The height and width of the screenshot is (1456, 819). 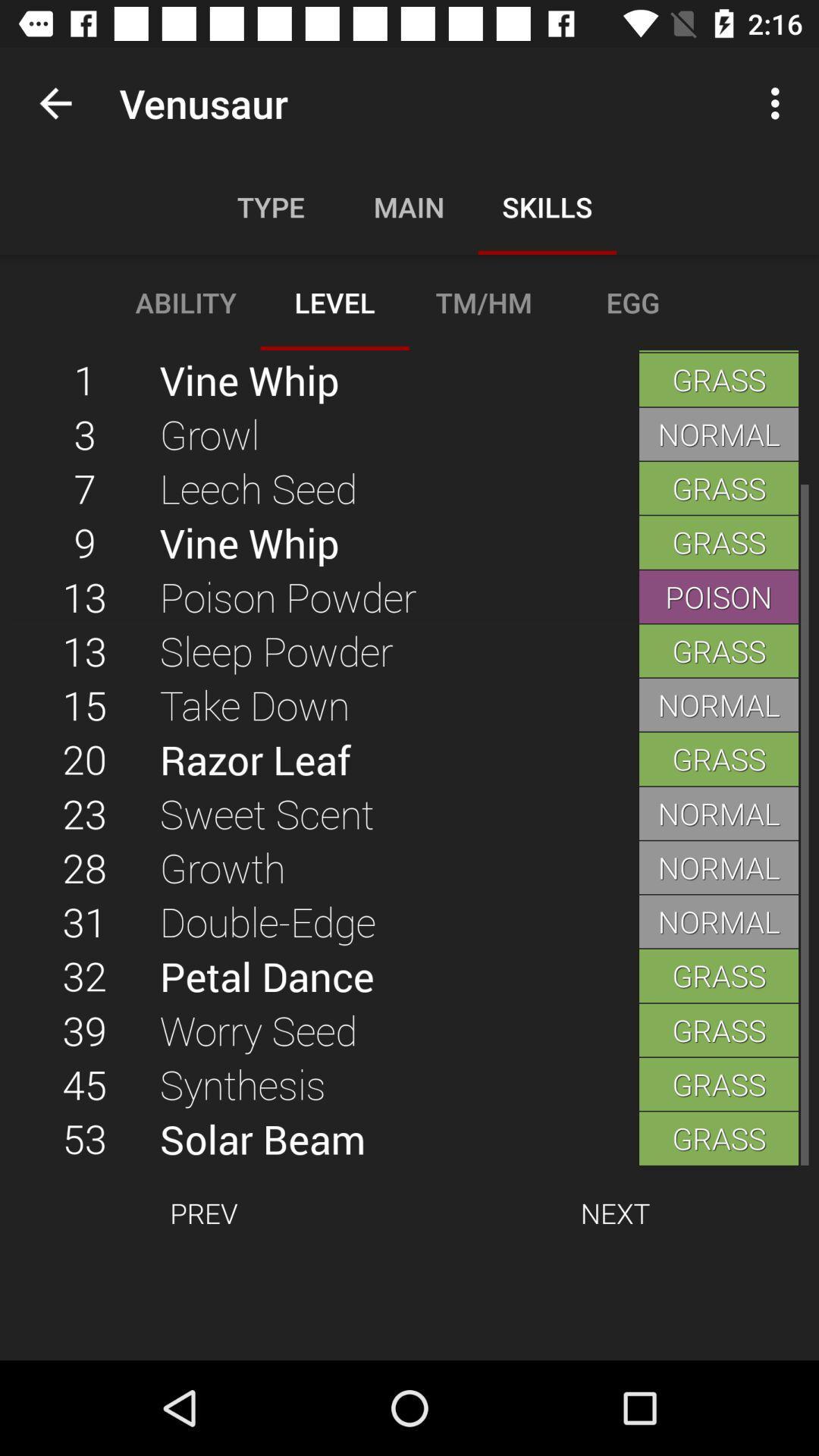 I want to click on 23 item, so click(x=85, y=812).